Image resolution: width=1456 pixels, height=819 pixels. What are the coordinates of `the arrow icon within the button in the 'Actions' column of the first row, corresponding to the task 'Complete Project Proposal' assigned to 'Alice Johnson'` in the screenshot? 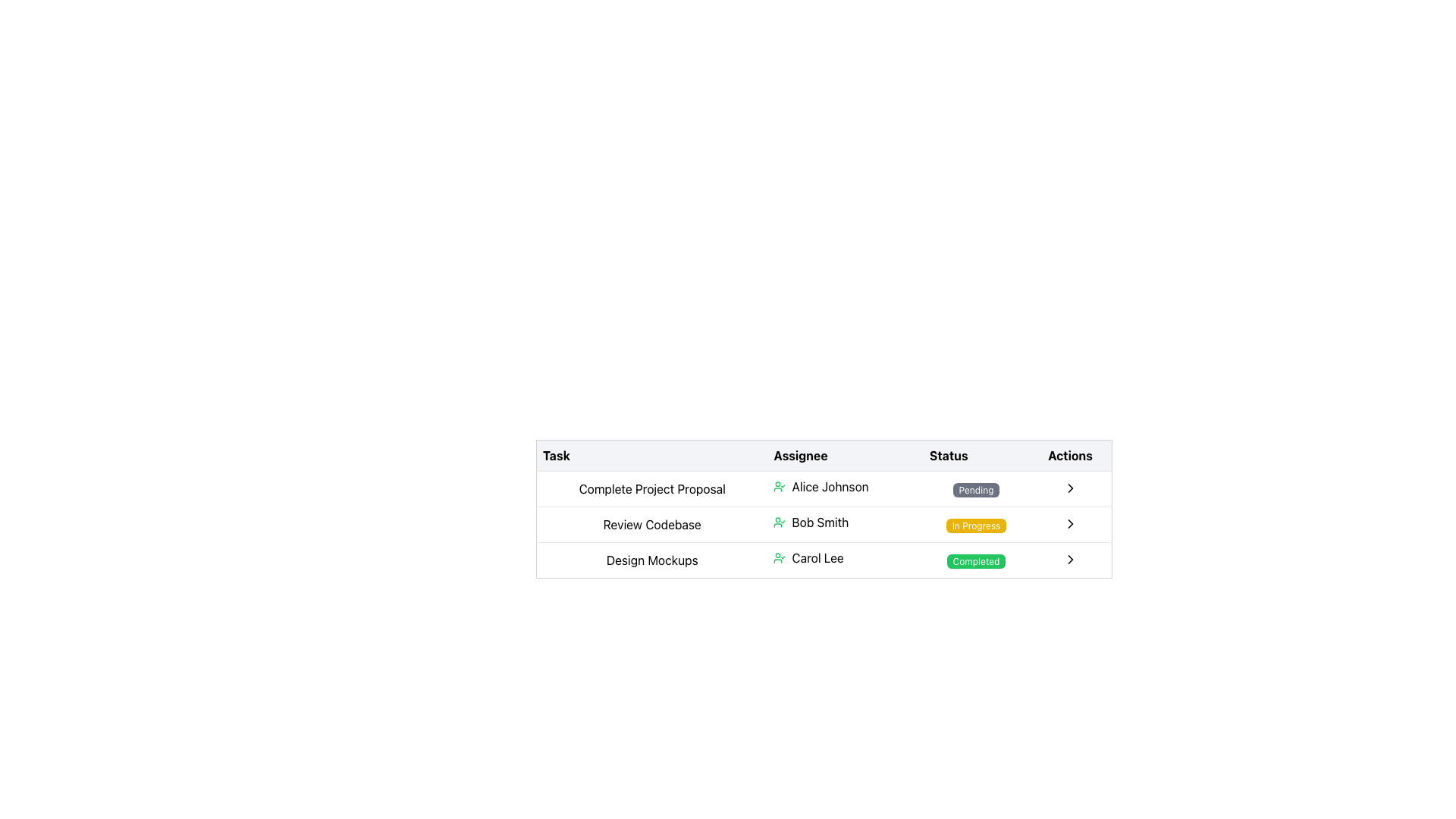 It's located at (1069, 488).